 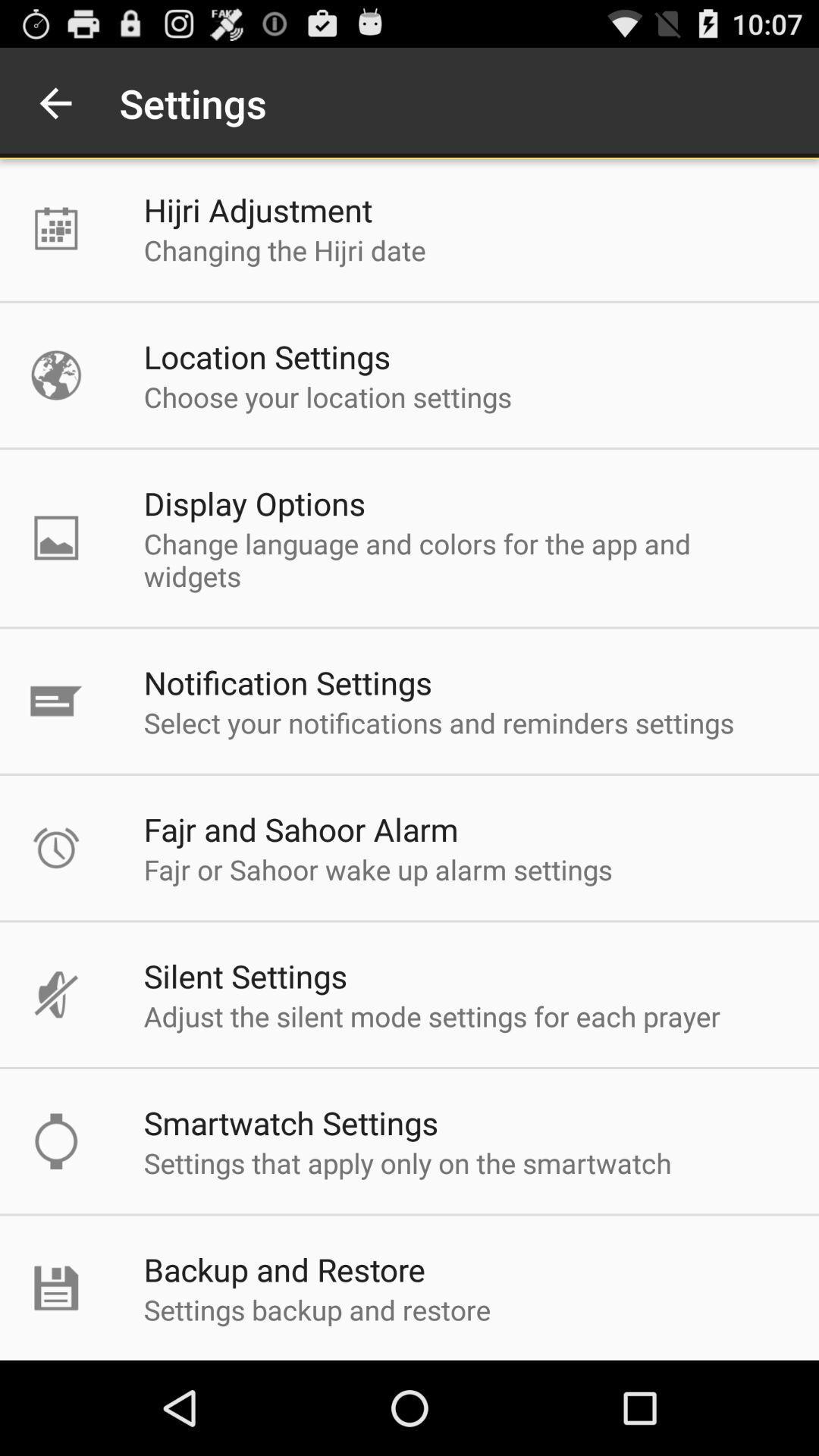 I want to click on item next to the settings app, so click(x=55, y=102).